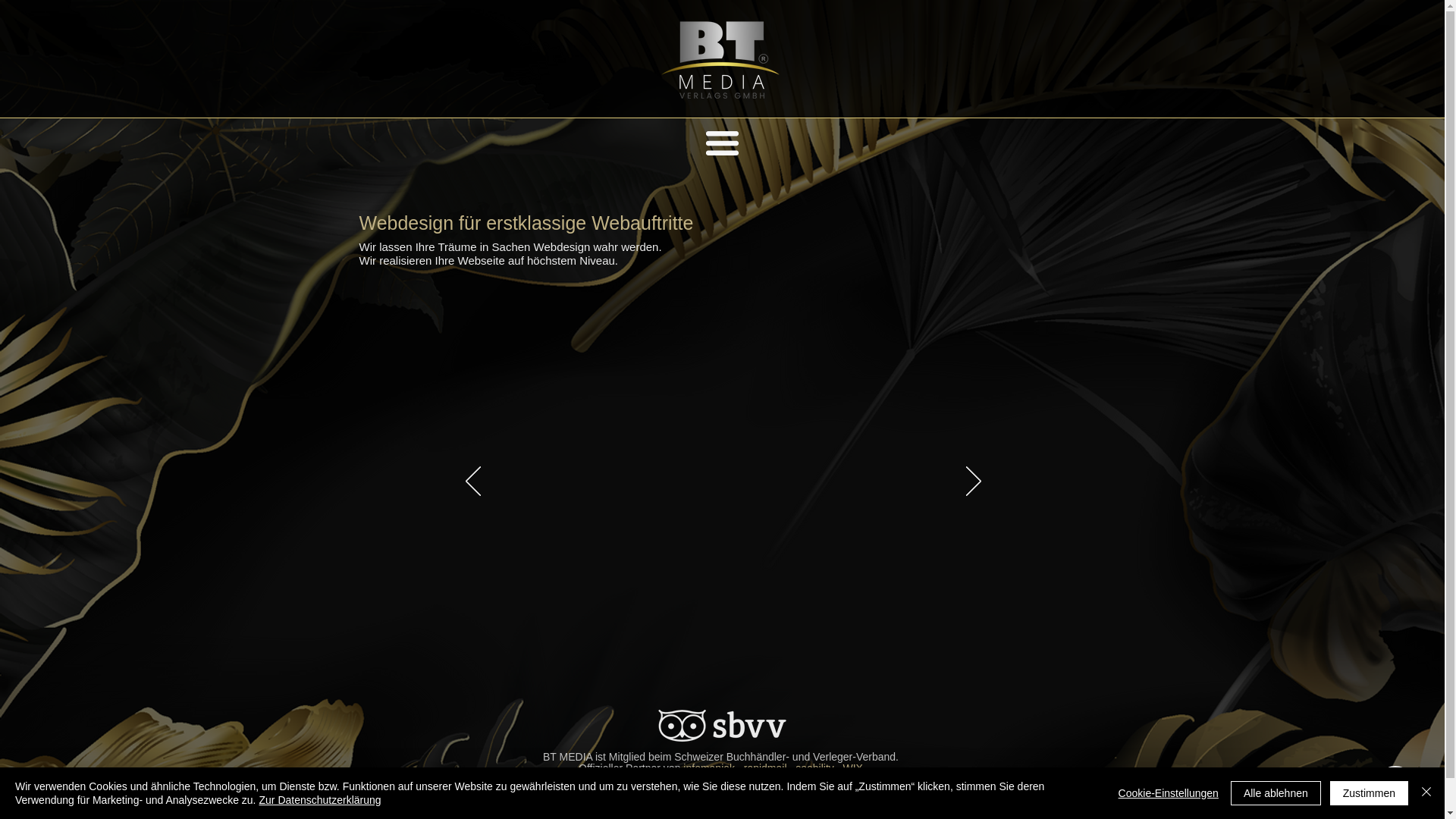 This screenshot has height=819, width=1456. What do you see at coordinates (670, 780) in the screenshot?
I see `'EOM'` at bounding box center [670, 780].